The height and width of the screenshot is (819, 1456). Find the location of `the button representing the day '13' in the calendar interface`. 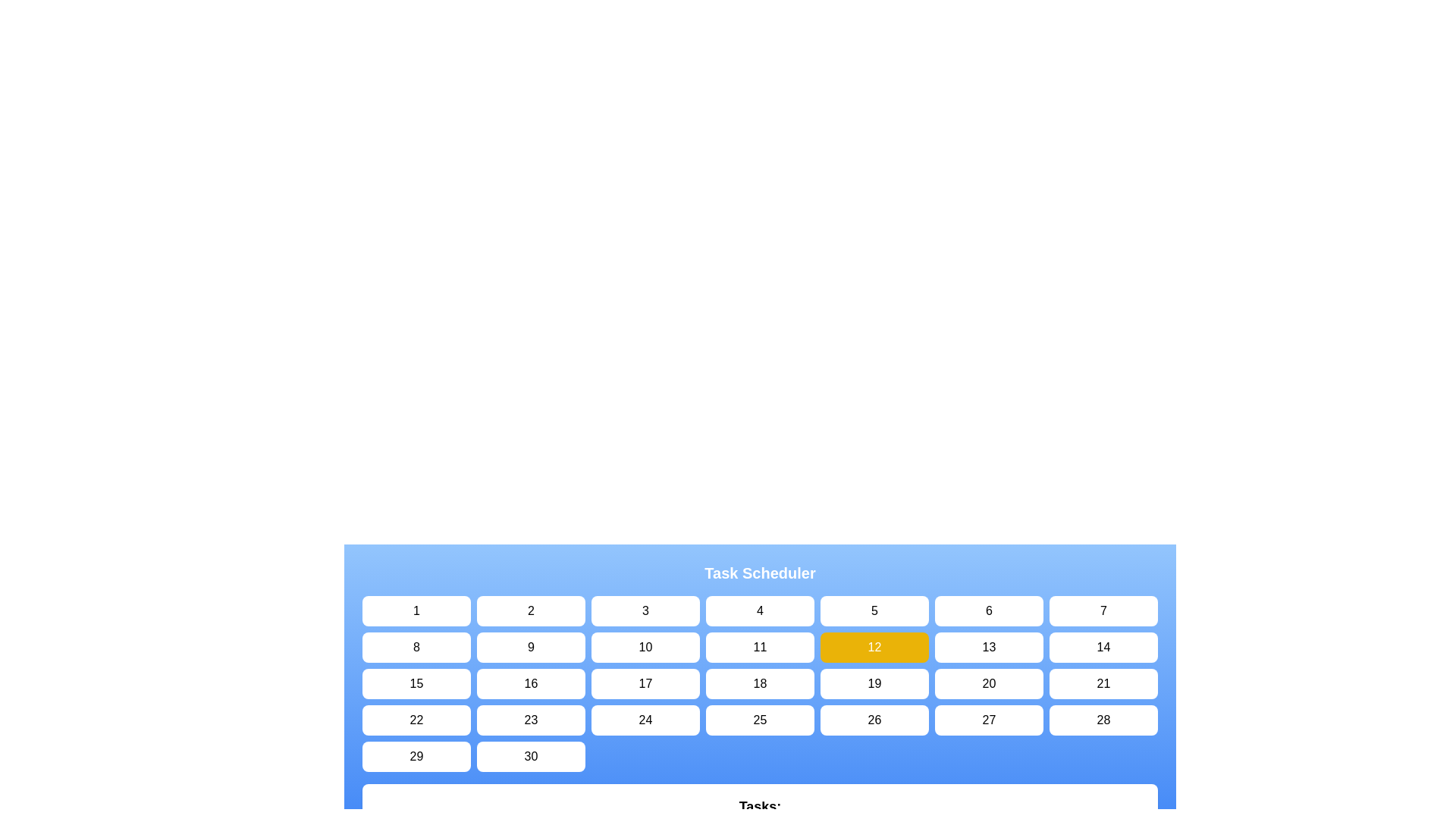

the button representing the day '13' in the calendar interface is located at coordinates (989, 647).